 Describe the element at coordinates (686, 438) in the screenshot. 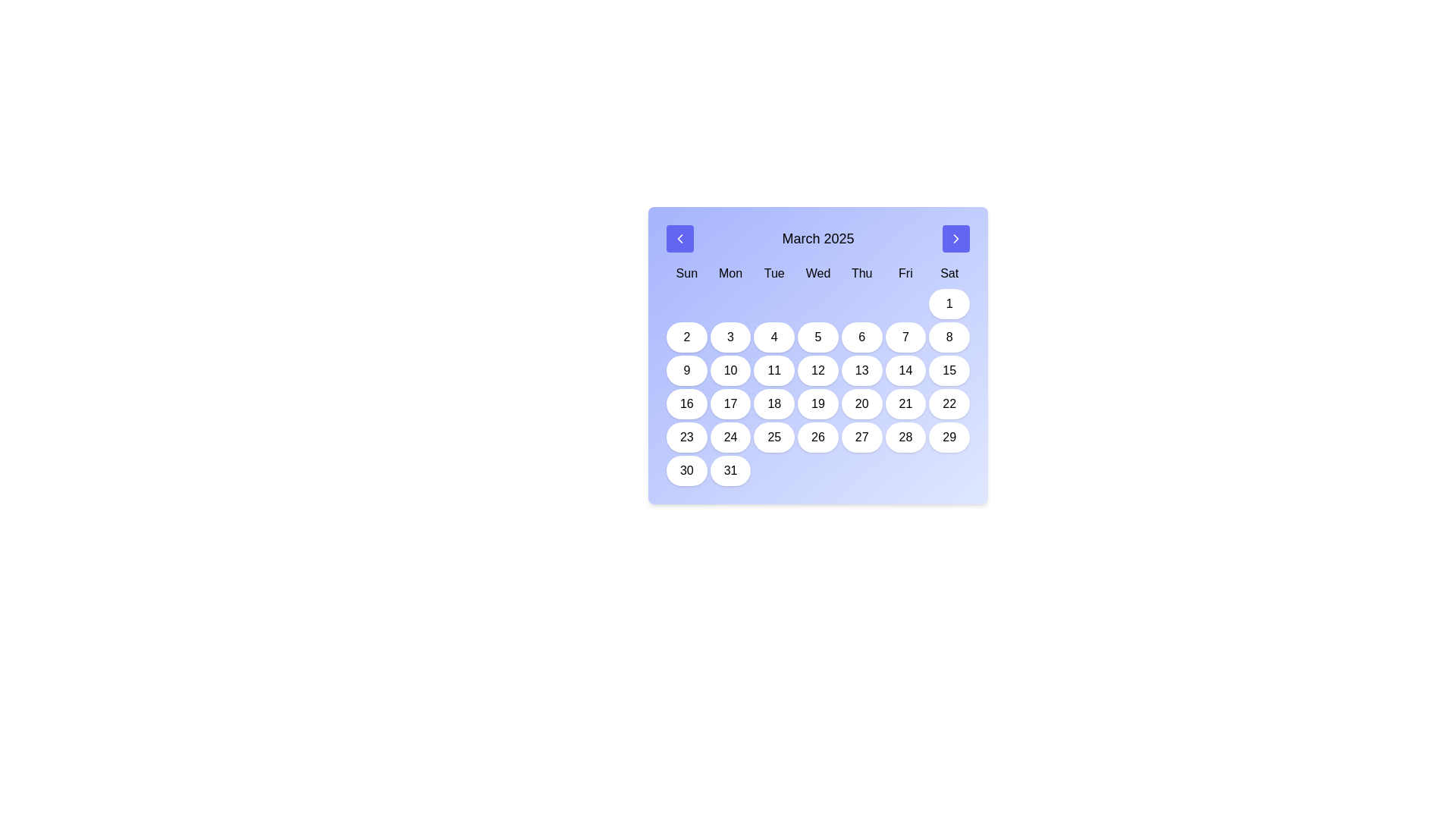

I see `the button representing the 23rd day on the calendar` at that location.